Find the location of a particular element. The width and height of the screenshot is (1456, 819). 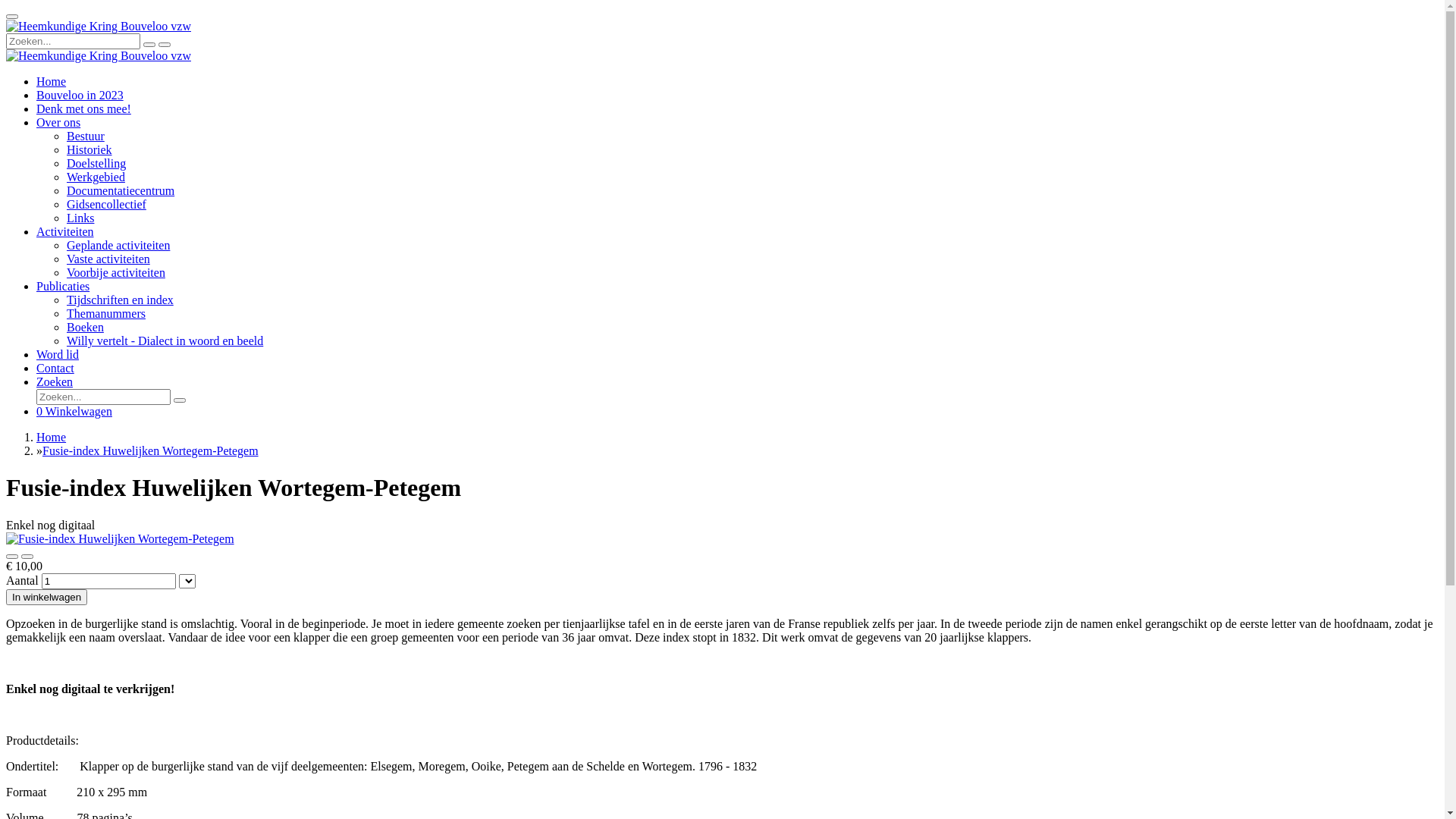

'Historiek' is located at coordinates (89, 149).